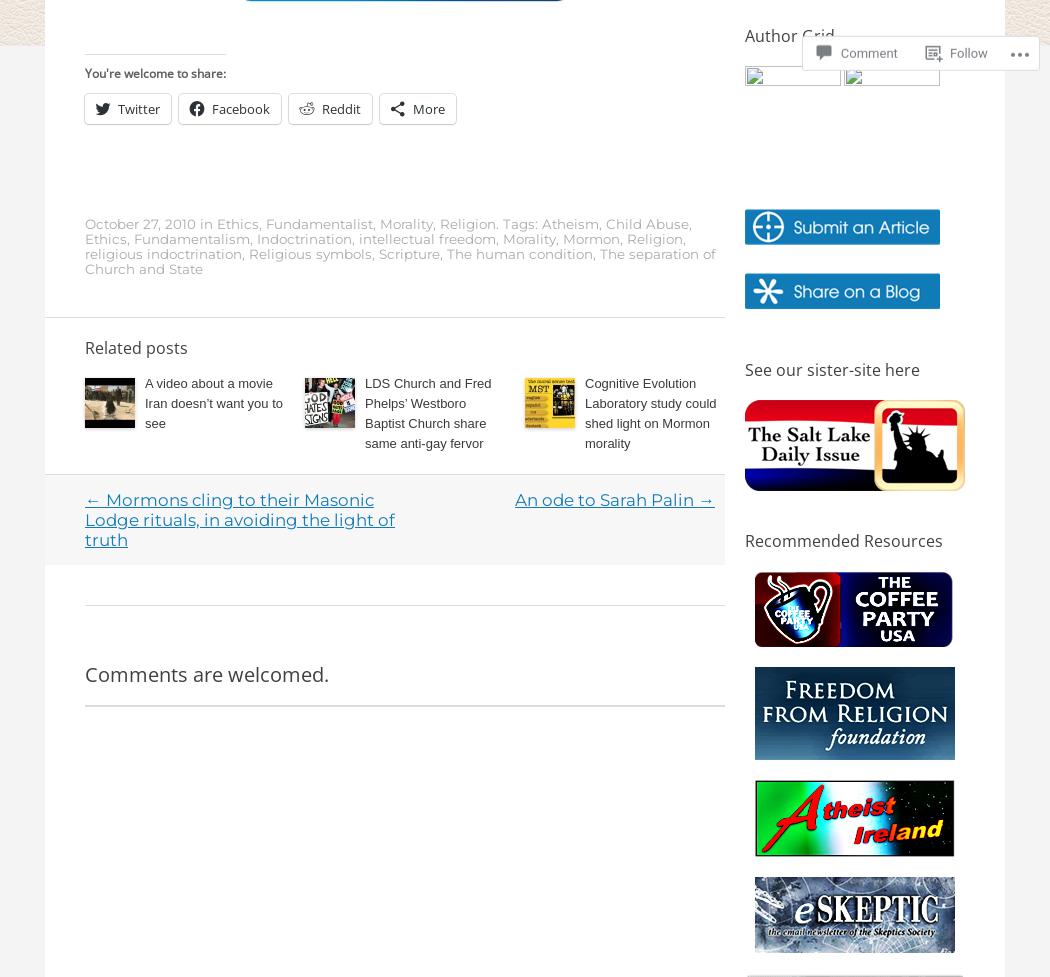 The height and width of the screenshot is (977, 1050). Describe the element at coordinates (163, 253) in the screenshot. I see `'religious indoctrination'` at that location.